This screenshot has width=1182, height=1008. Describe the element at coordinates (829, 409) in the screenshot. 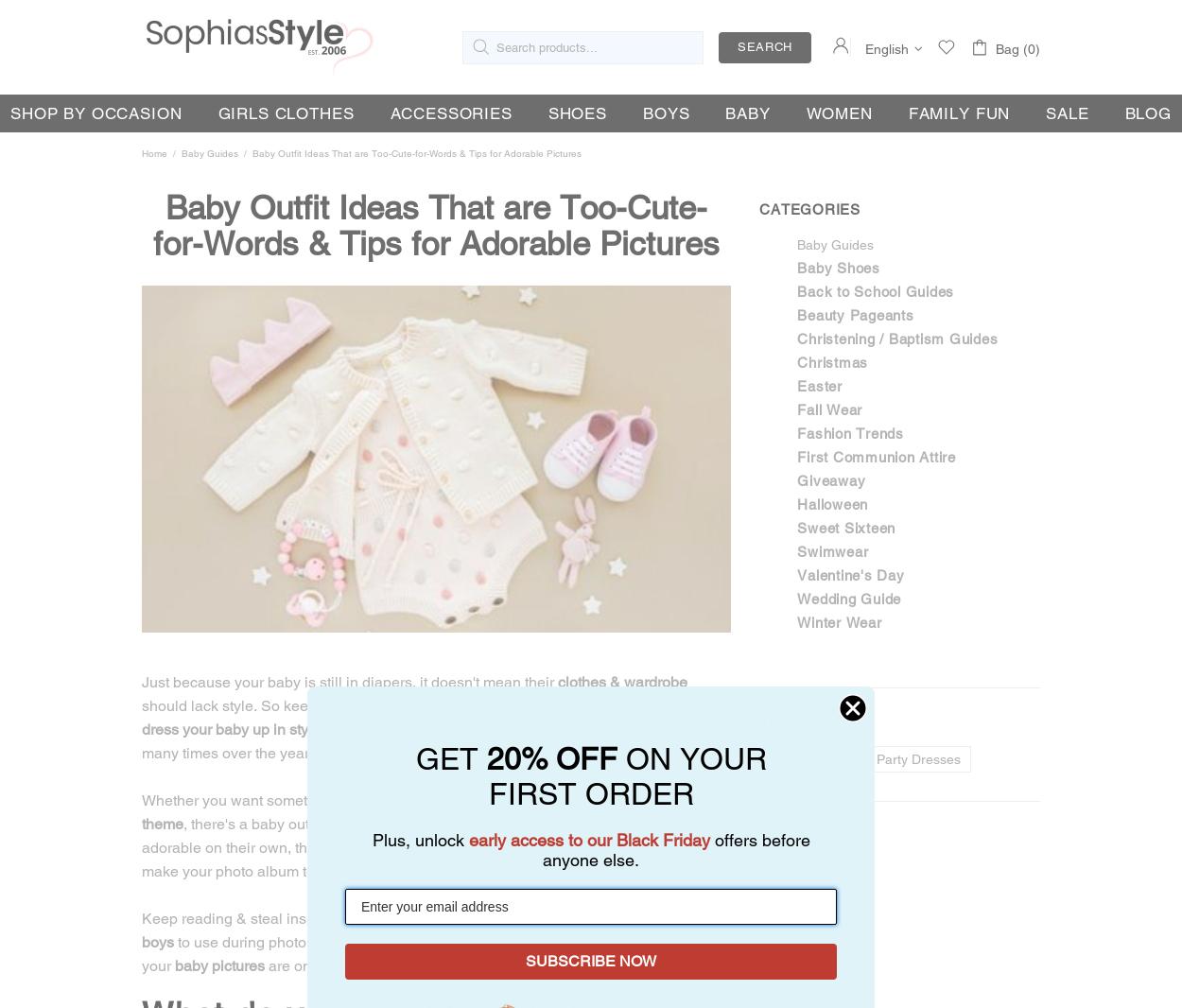

I see `'Fall Wear'` at that location.